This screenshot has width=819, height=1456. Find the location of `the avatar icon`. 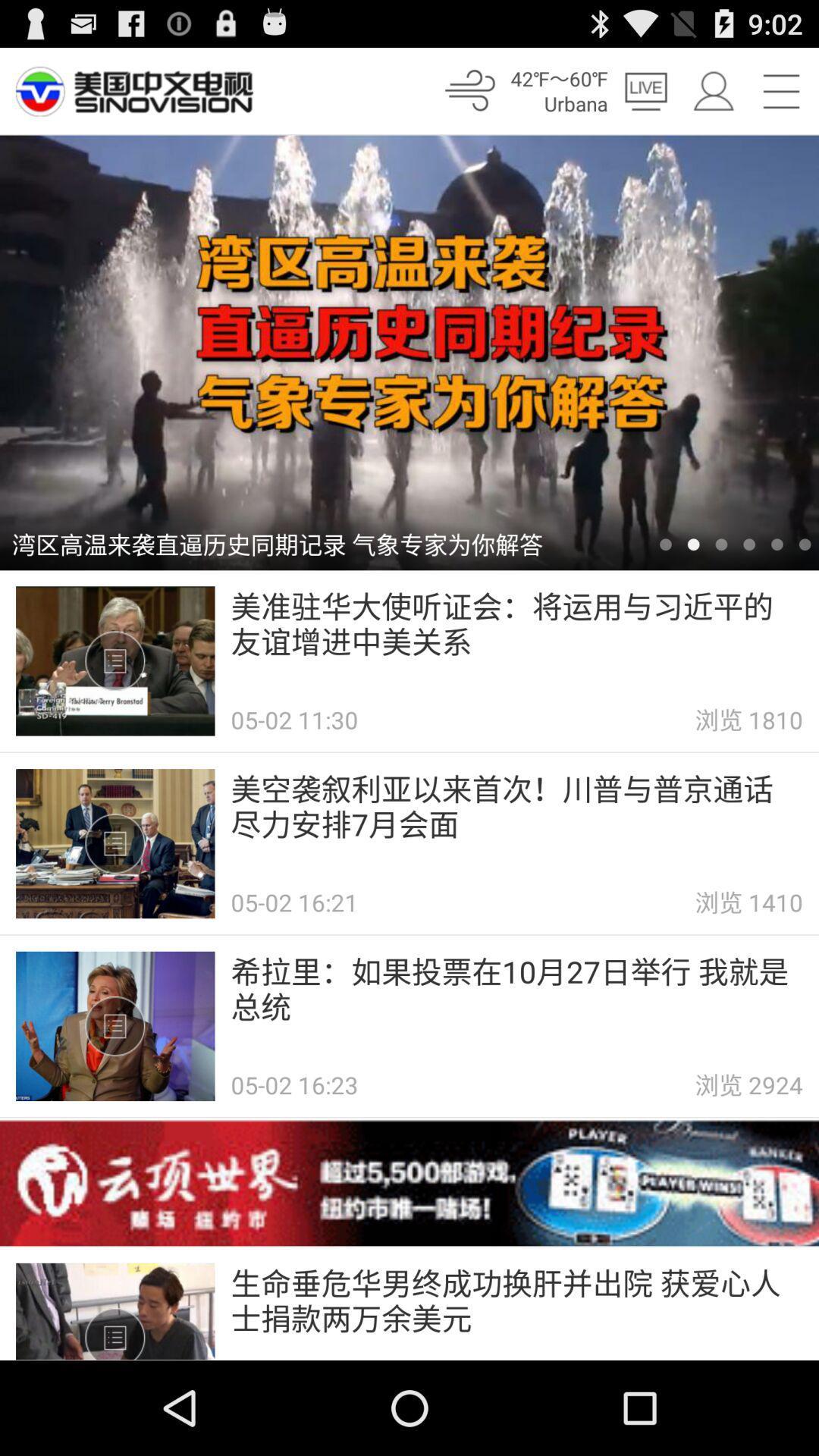

the avatar icon is located at coordinates (713, 97).